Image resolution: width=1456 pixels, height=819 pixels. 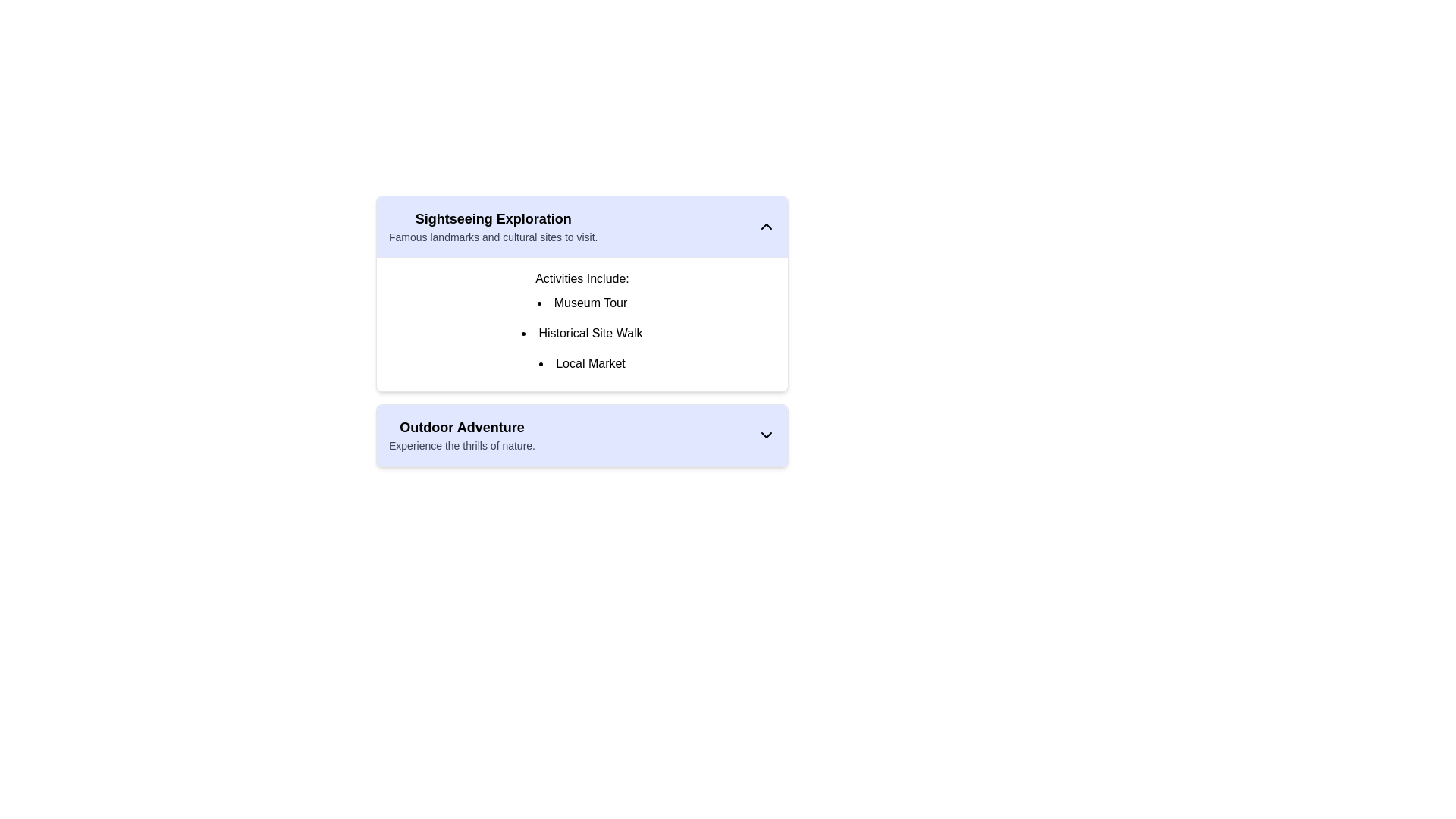 I want to click on the bold, large-sized text element reading 'Outdoor Adventure', so click(x=461, y=427).